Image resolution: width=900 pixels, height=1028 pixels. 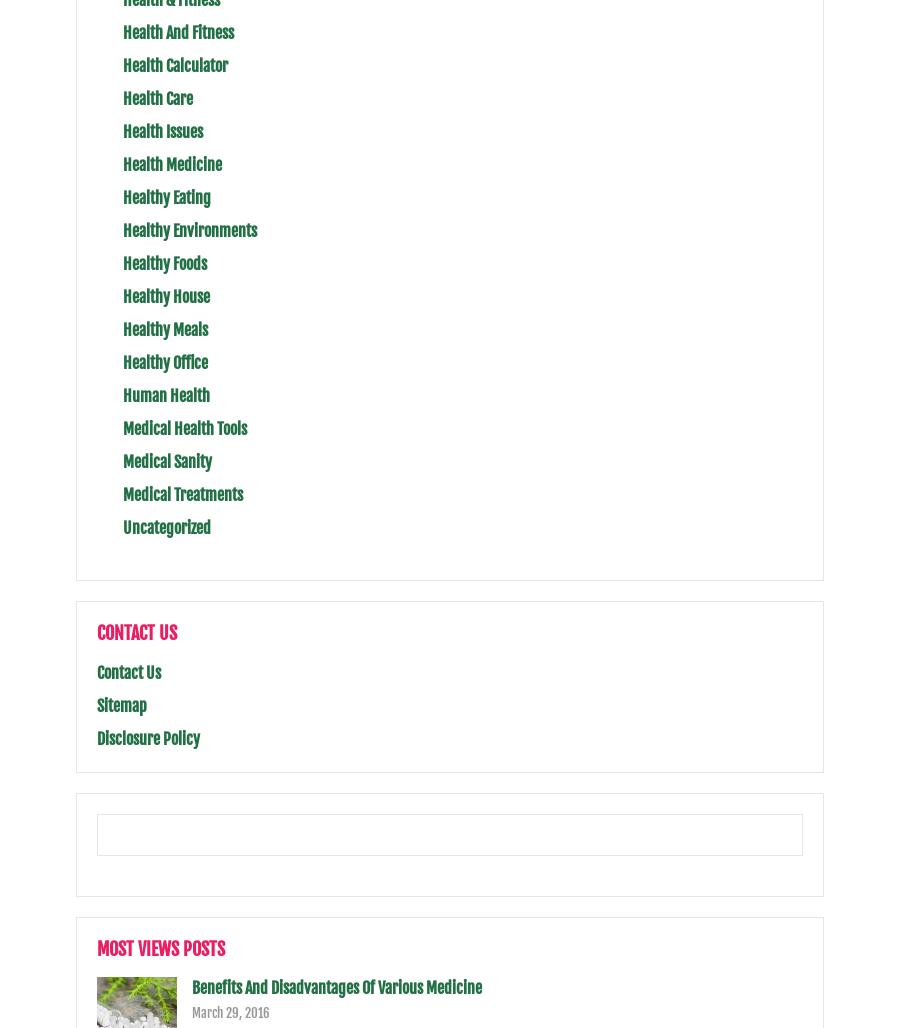 What do you see at coordinates (122, 706) in the screenshot?
I see `'Sitemap'` at bounding box center [122, 706].